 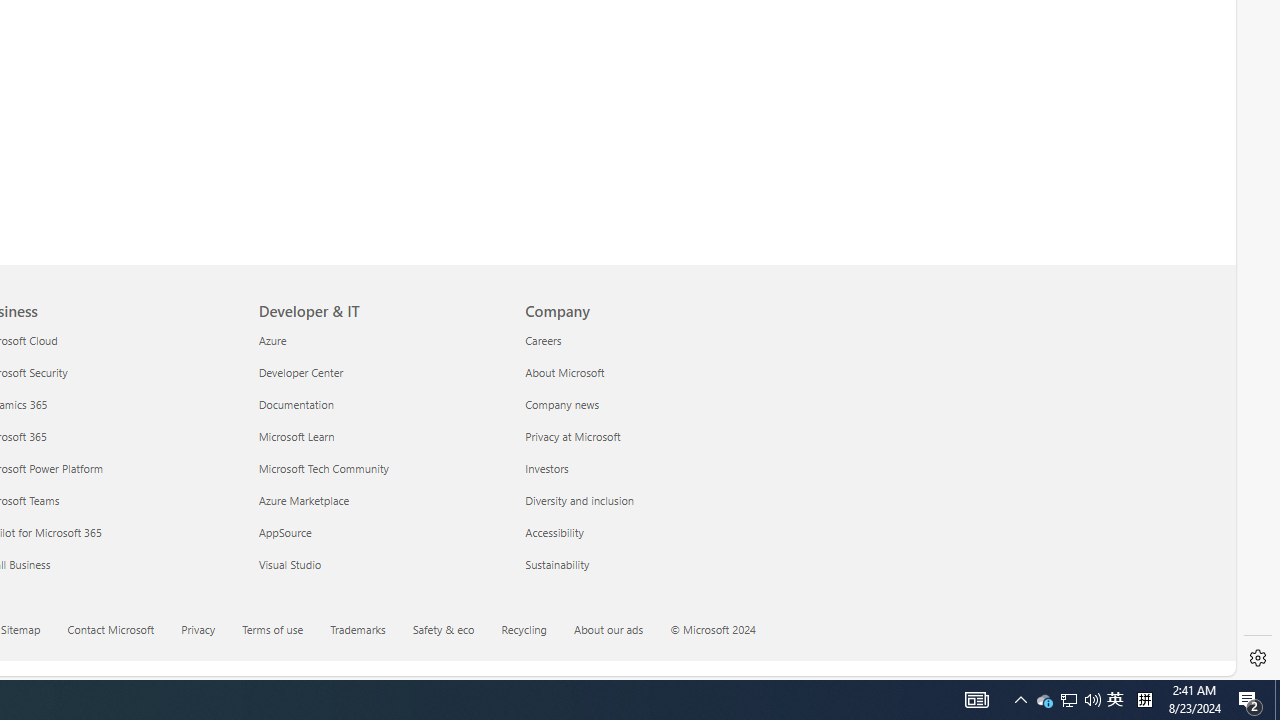 What do you see at coordinates (619, 631) in the screenshot?
I see `'About our ads'` at bounding box center [619, 631].